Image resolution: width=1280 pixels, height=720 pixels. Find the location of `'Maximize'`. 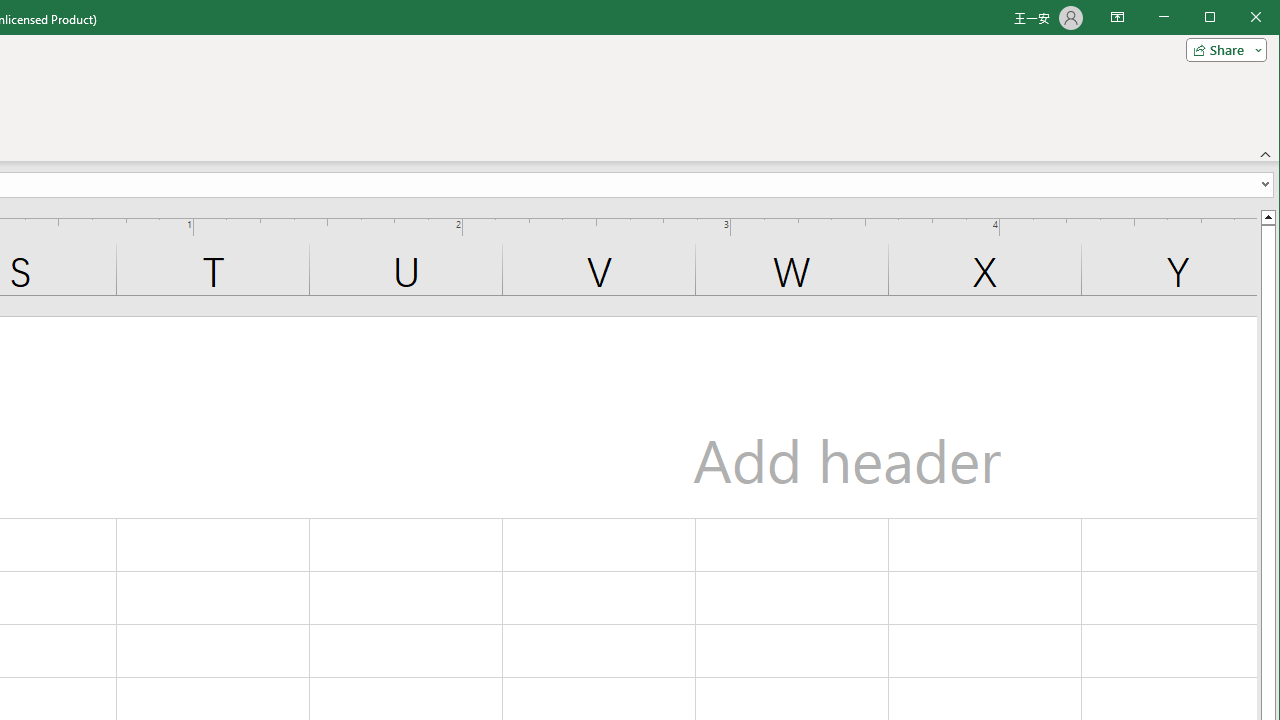

'Maximize' is located at coordinates (1238, 19).